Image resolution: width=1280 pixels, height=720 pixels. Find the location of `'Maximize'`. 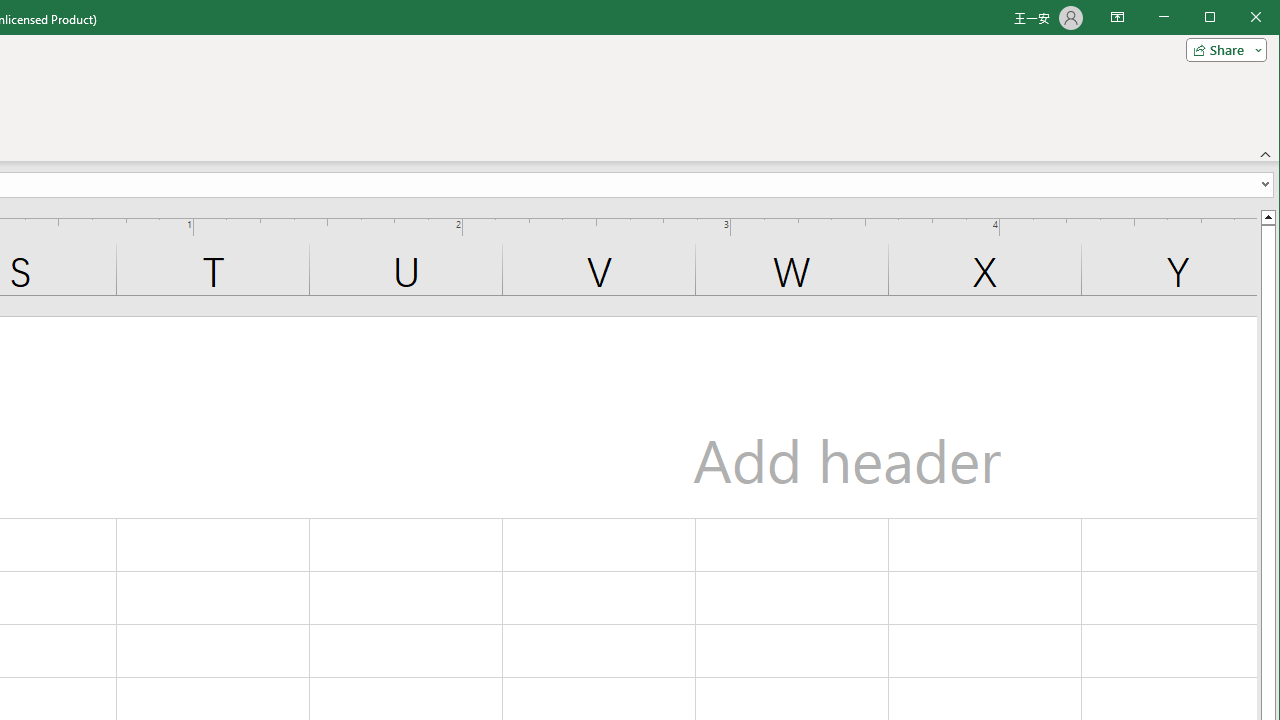

'Maximize' is located at coordinates (1238, 19).